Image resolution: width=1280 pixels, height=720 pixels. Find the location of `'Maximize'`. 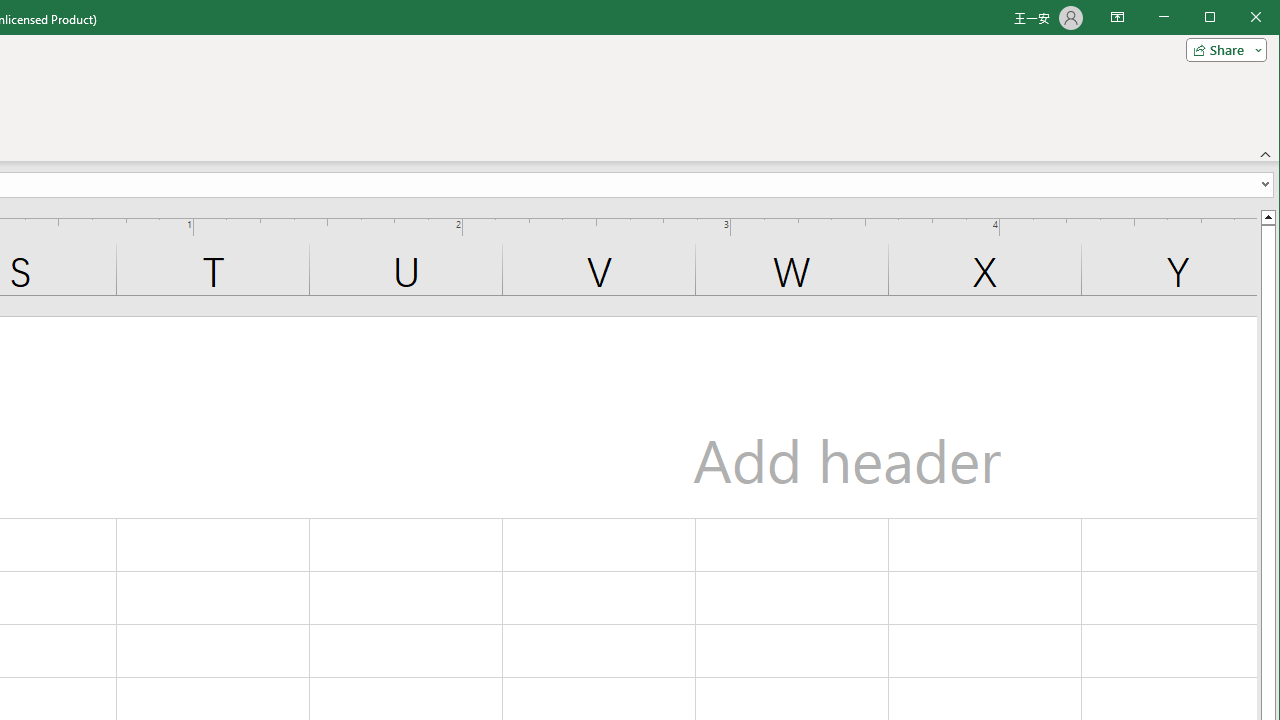

'Maximize' is located at coordinates (1238, 19).